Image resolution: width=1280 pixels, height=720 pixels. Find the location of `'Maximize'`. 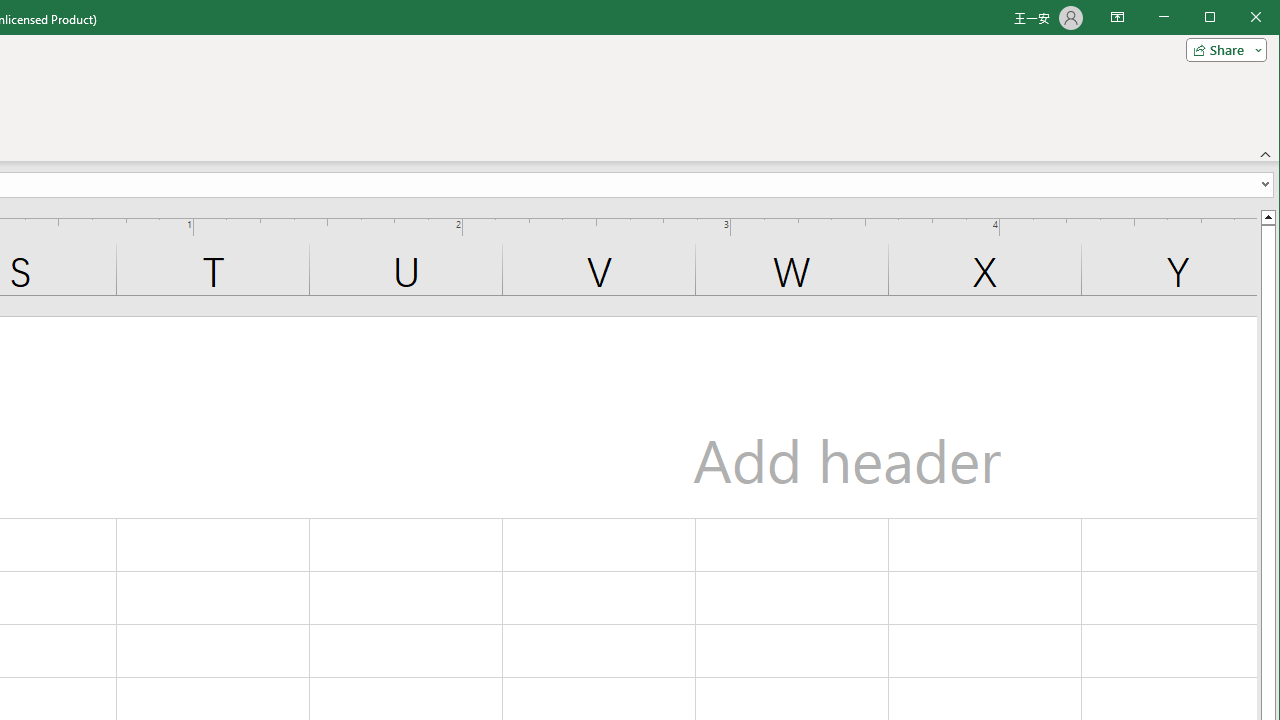

'Maximize' is located at coordinates (1238, 19).